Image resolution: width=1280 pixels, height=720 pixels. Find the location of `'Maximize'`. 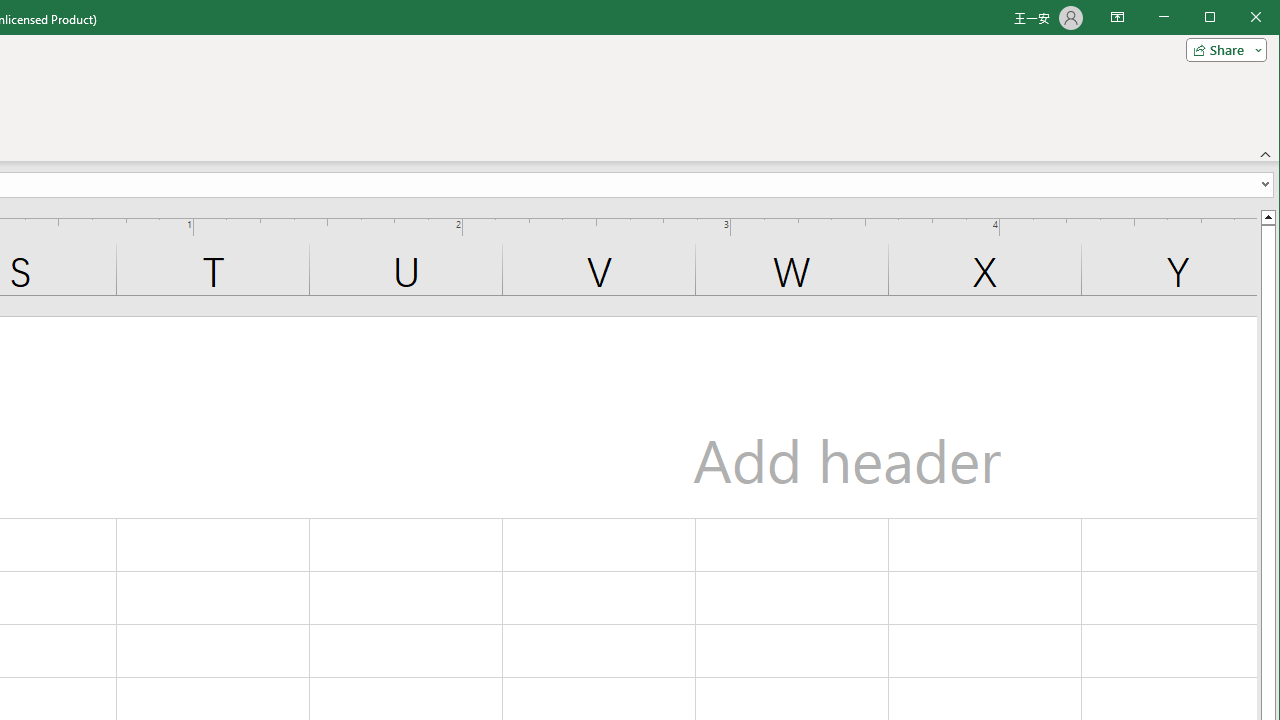

'Maximize' is located at coordinates (1238, 19).